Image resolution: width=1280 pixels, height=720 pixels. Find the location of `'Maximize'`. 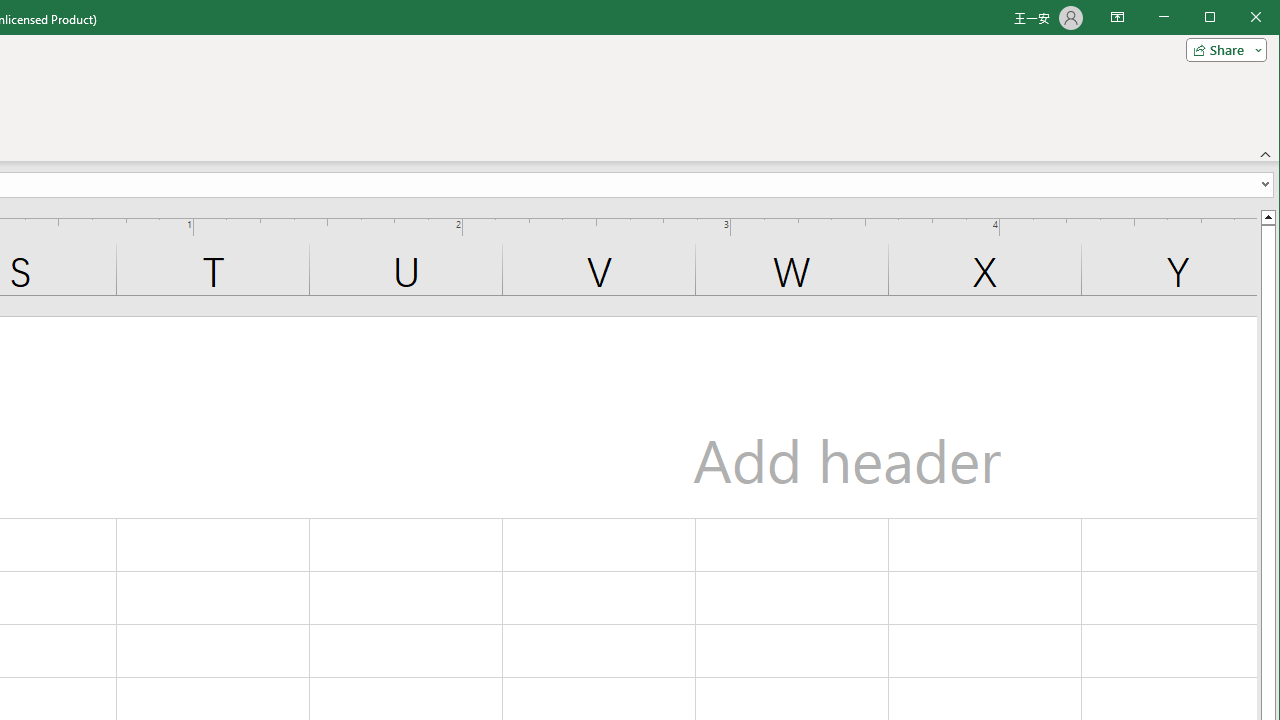

'Maximize' is located at coordinates (1238, 19).